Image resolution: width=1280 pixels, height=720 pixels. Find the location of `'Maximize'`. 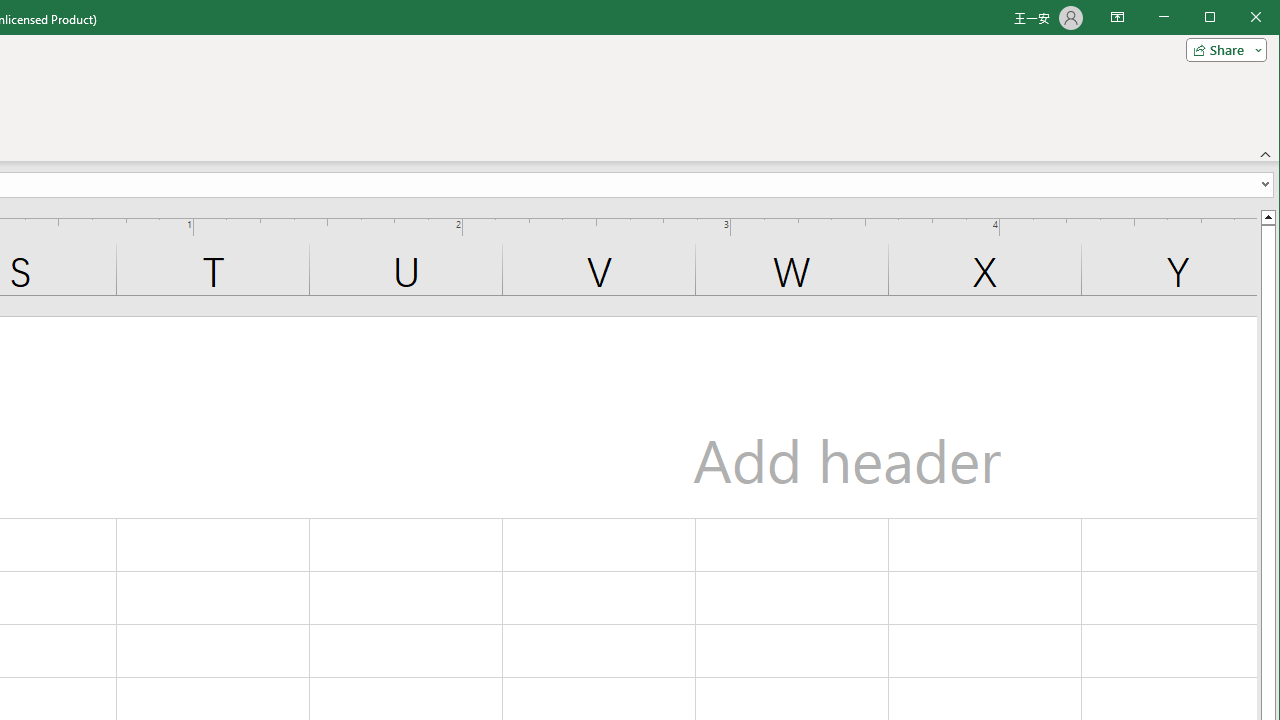

'Maximize' is located at coordinates (1238, 19).